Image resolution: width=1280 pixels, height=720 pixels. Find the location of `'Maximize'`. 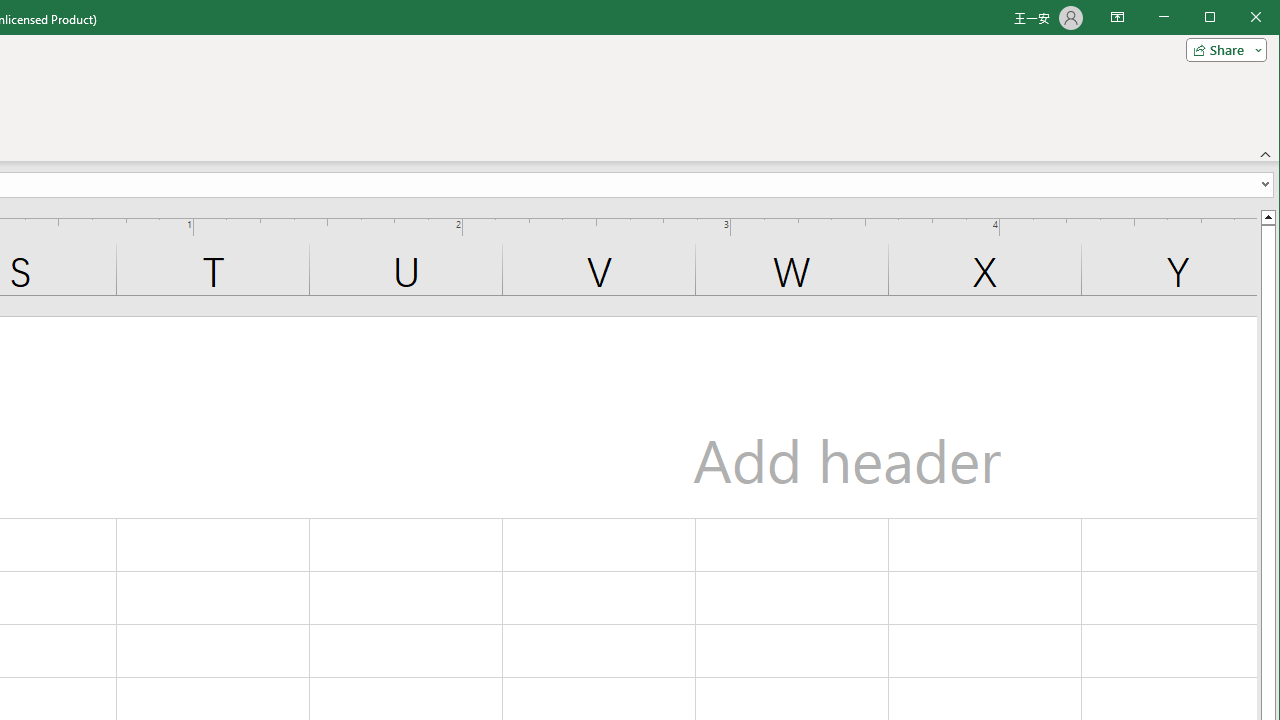

'Maximize' is located at coordinates (1238, 19).